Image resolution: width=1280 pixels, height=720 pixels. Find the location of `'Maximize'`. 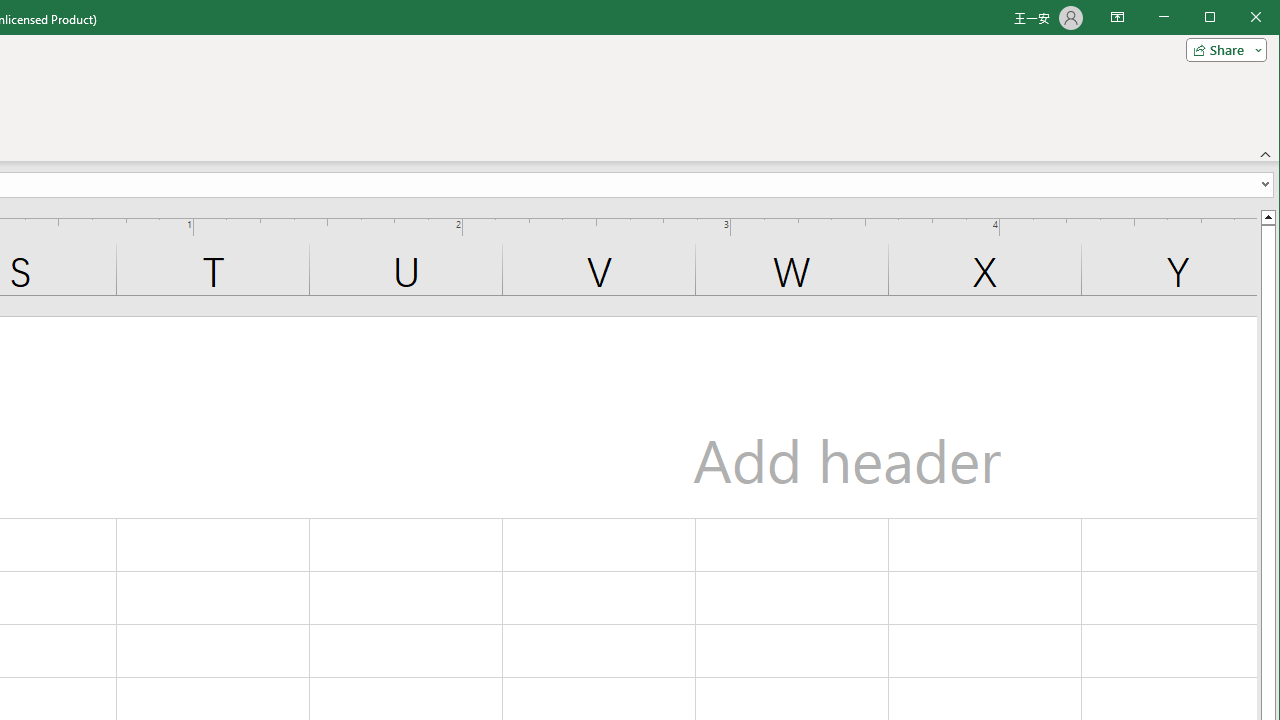

'Maximize' is located at coordinates (1238, 19).